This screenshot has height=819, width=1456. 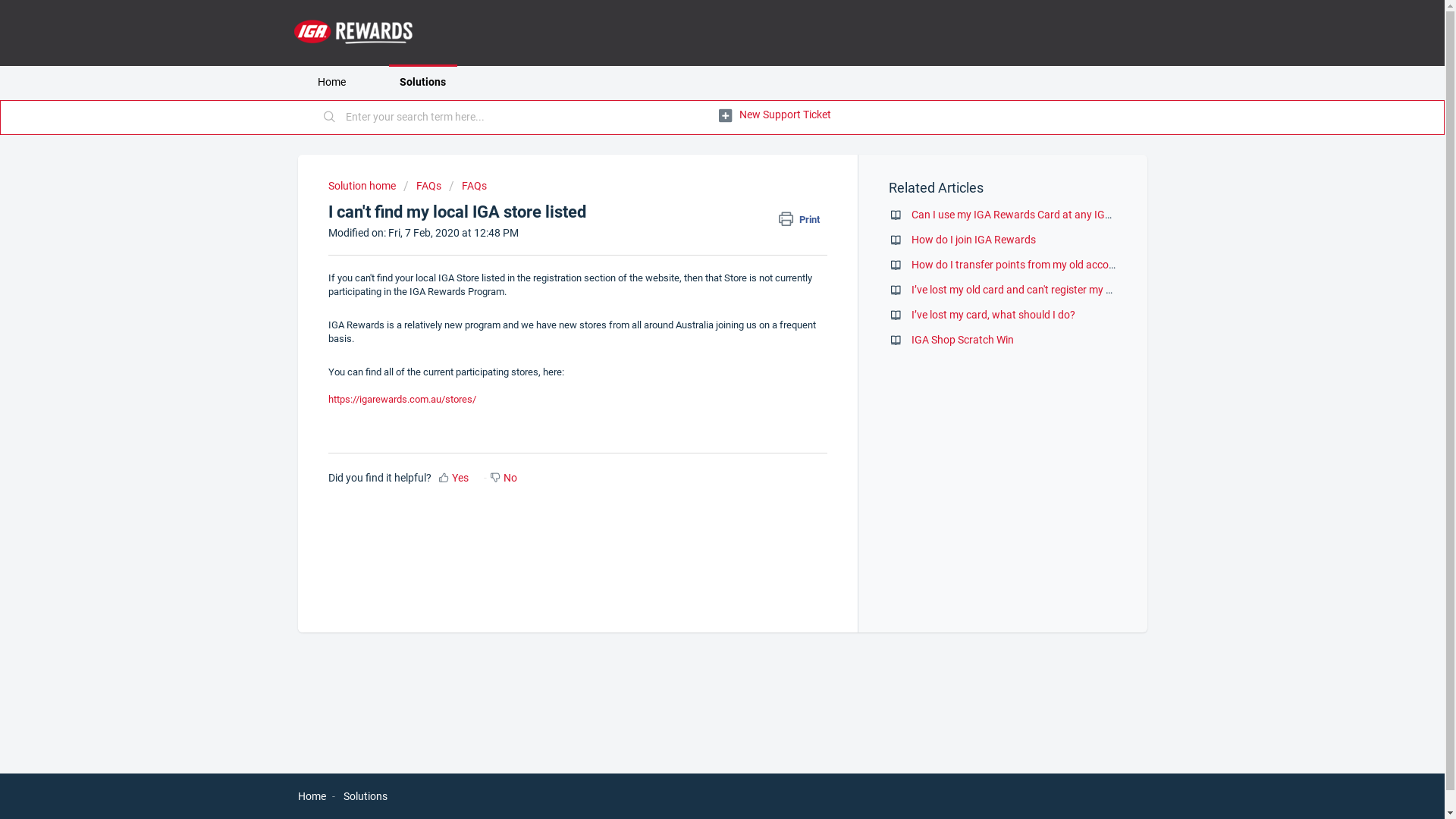 I want to click on 'FAQs', so click(x=467, y=185).